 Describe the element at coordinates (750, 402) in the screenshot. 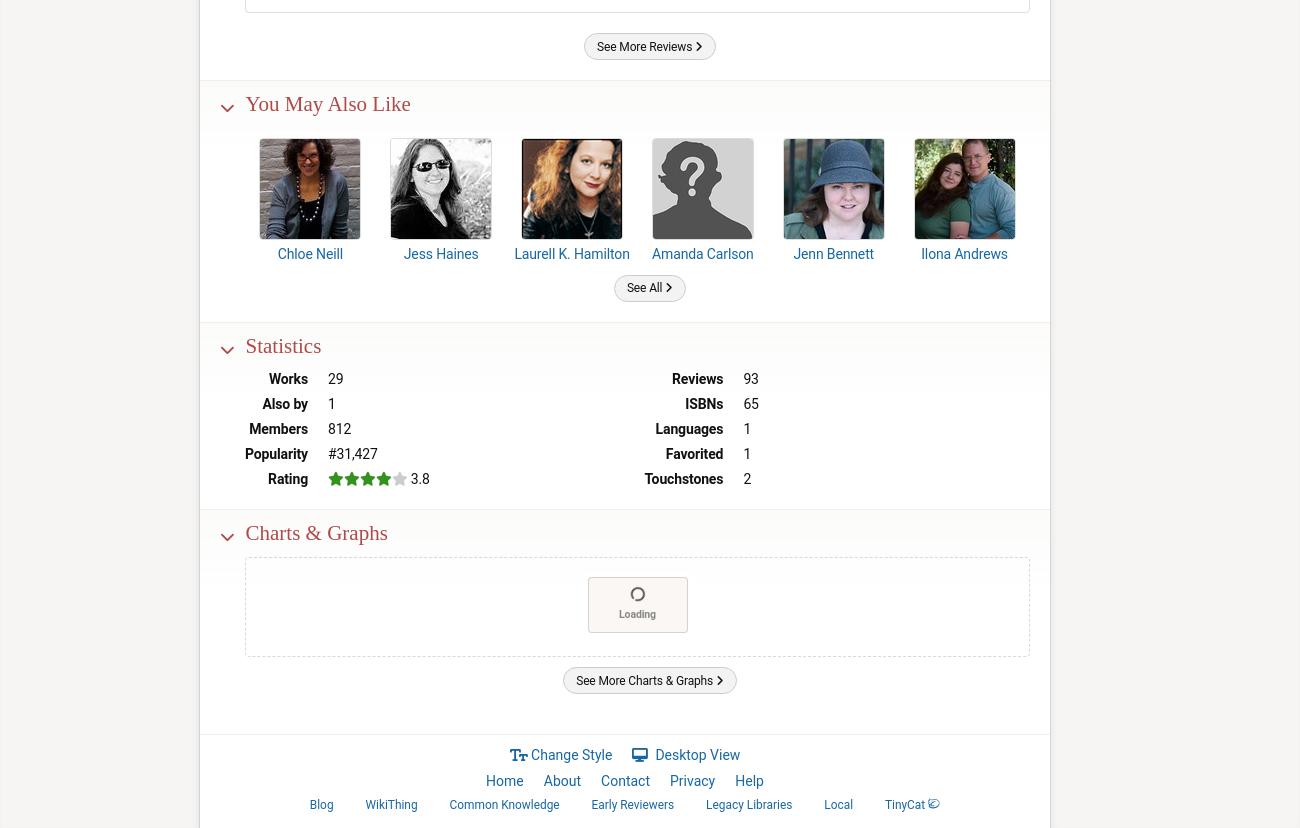

I see `'65'` at that location.